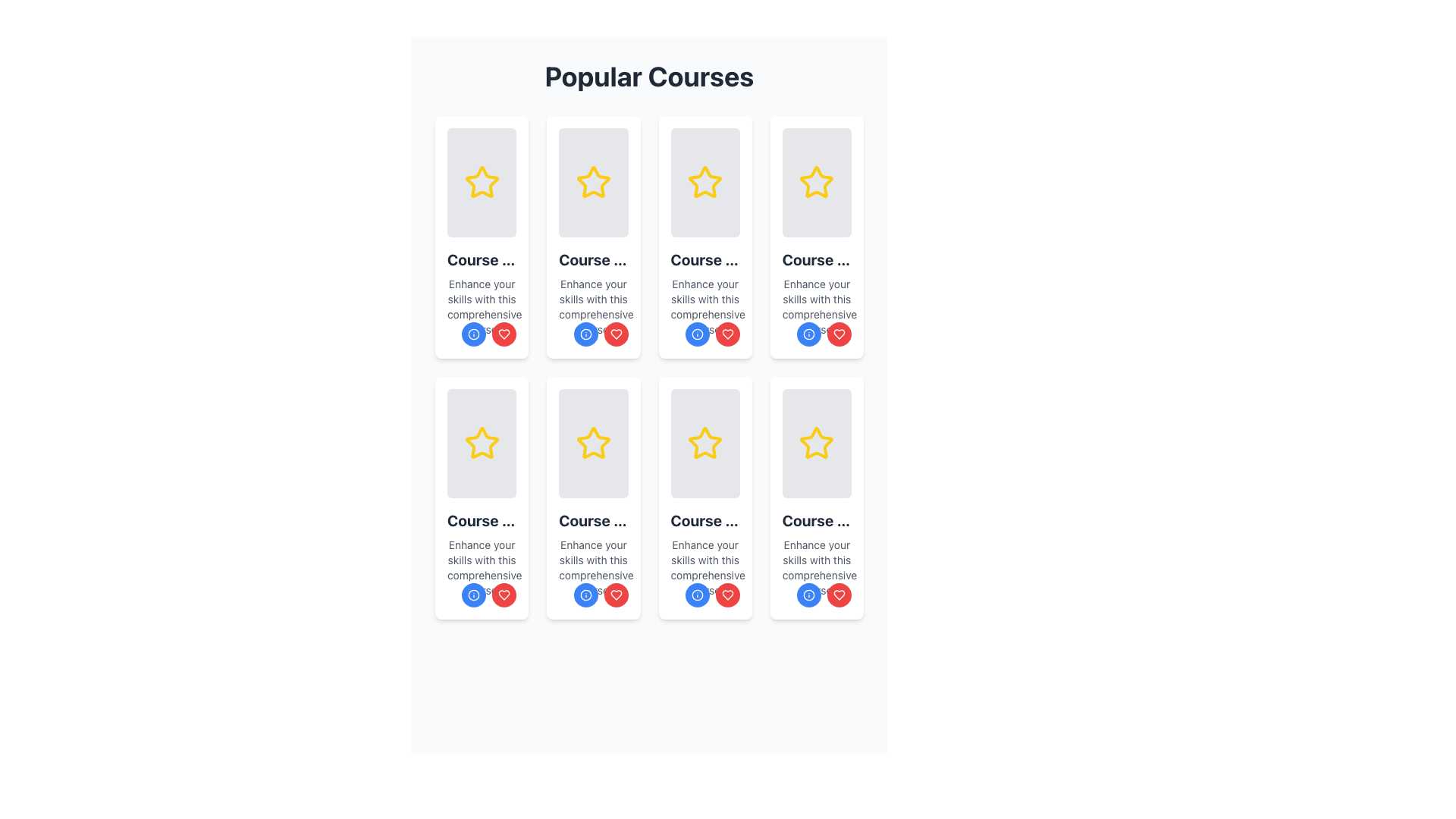 The image size is (1456, 819). What do you see at coordinates (616, 333) in the screenshot?
I see `the Icon Button located at the bottom-right of the course card` at bounding box center [616, 333].